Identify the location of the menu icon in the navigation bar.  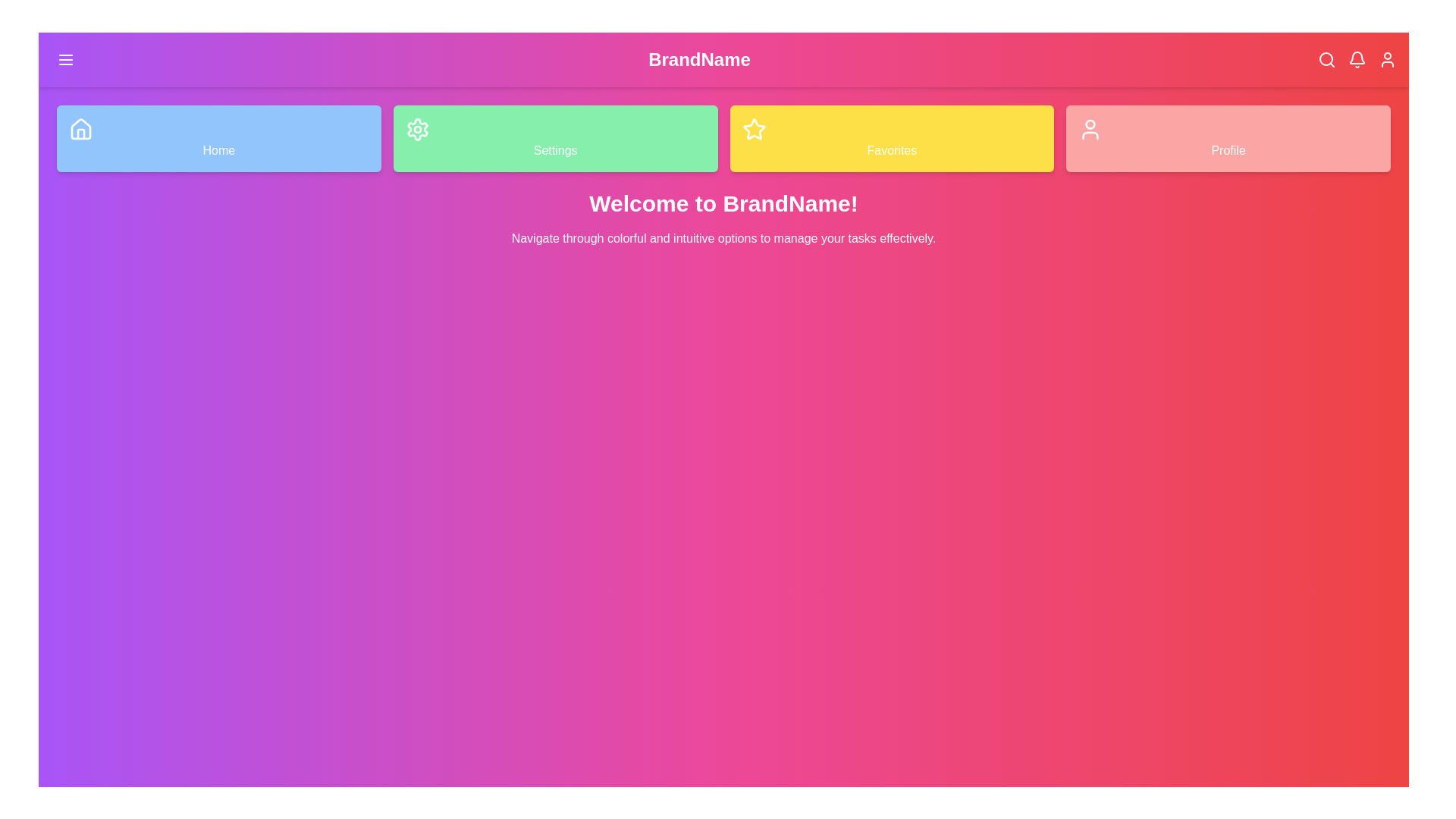
(64, 58).